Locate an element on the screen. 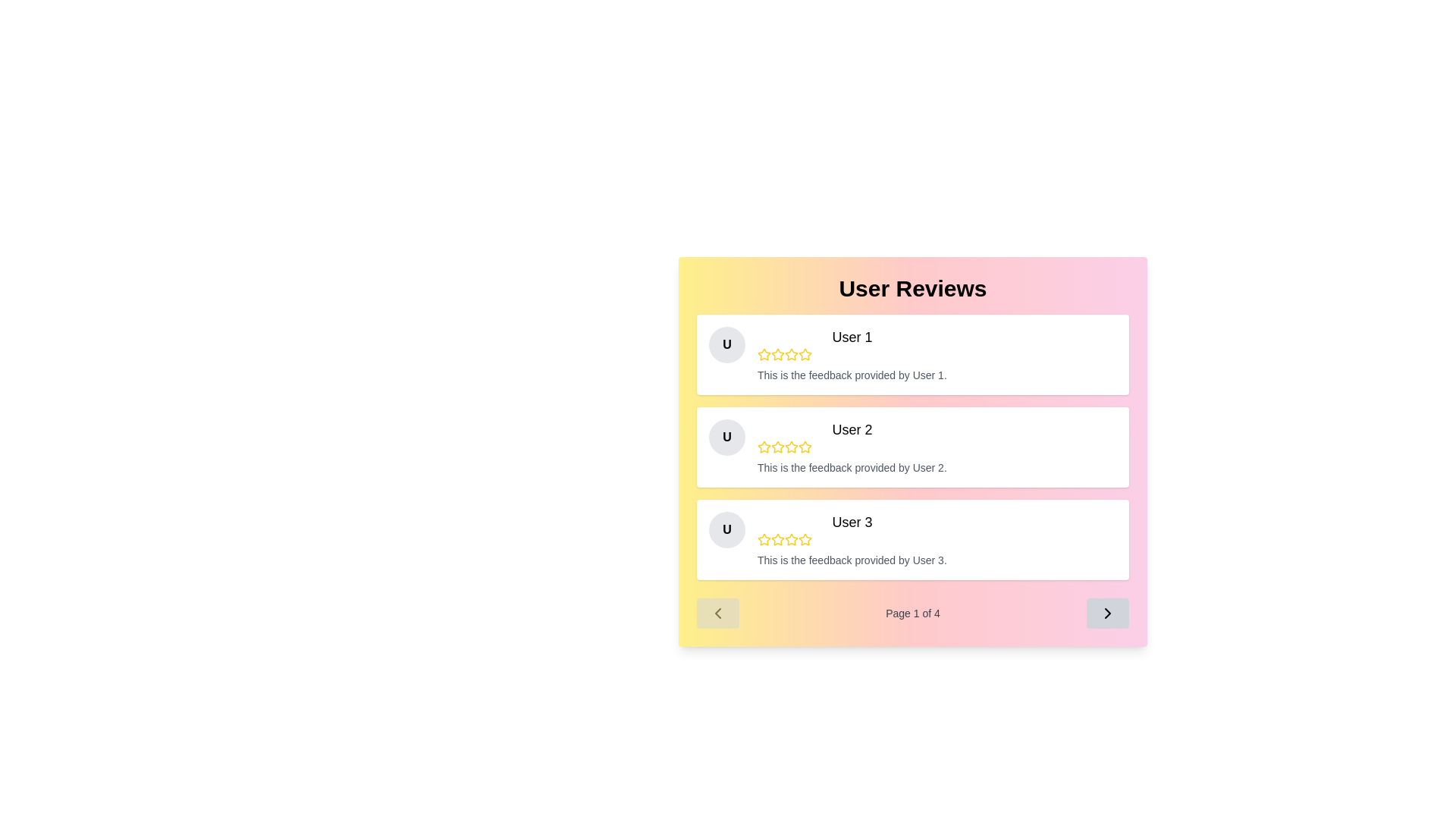 Image resolution: width=1456 pixels, height=819 pixels. text label 'User 1' which is displayed in bold and larger font at the top of the first review card, located above the yellow star icon group is located at coordinates (852, 336).